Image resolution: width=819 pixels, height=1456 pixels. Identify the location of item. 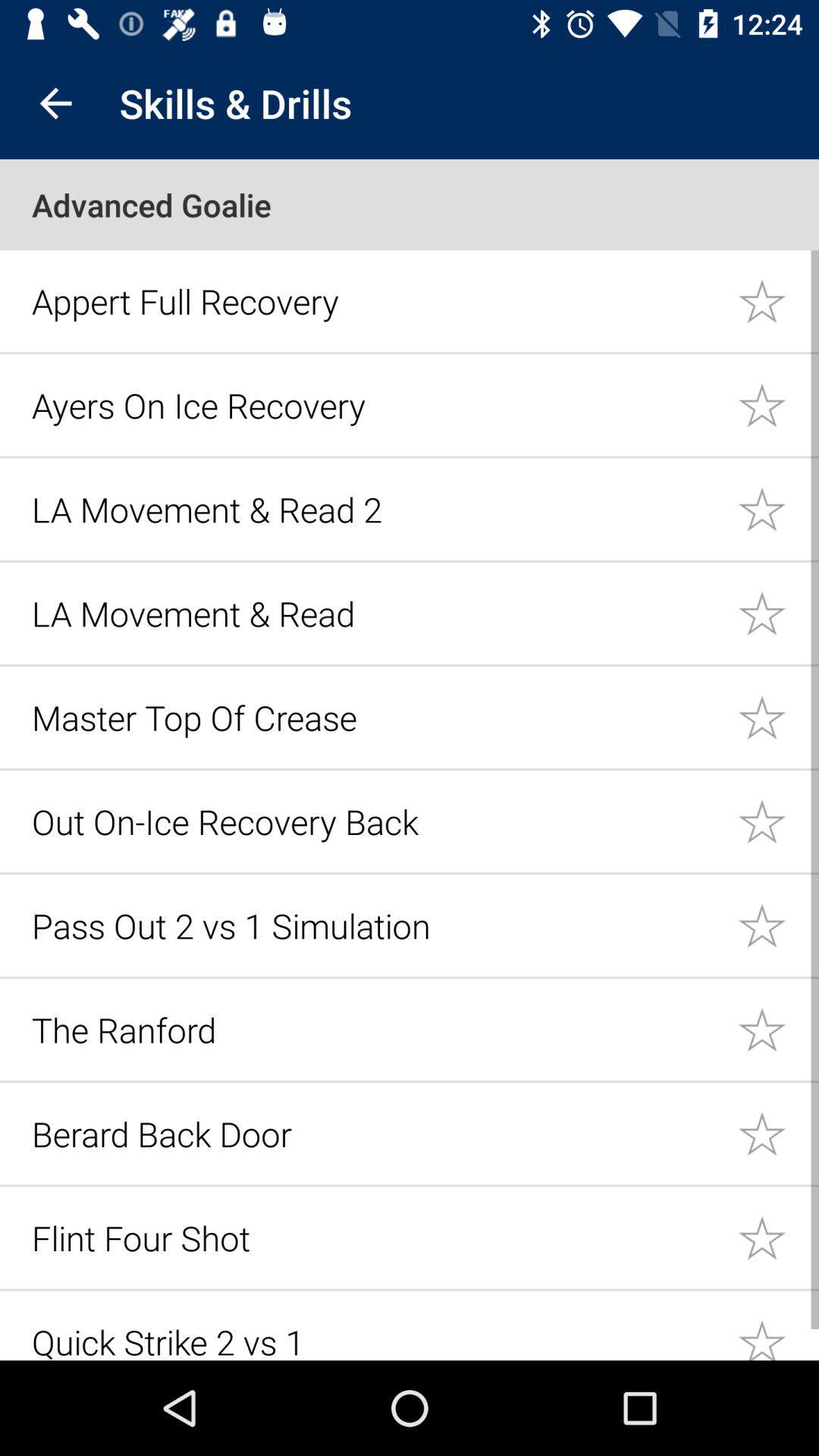
(778, 300).